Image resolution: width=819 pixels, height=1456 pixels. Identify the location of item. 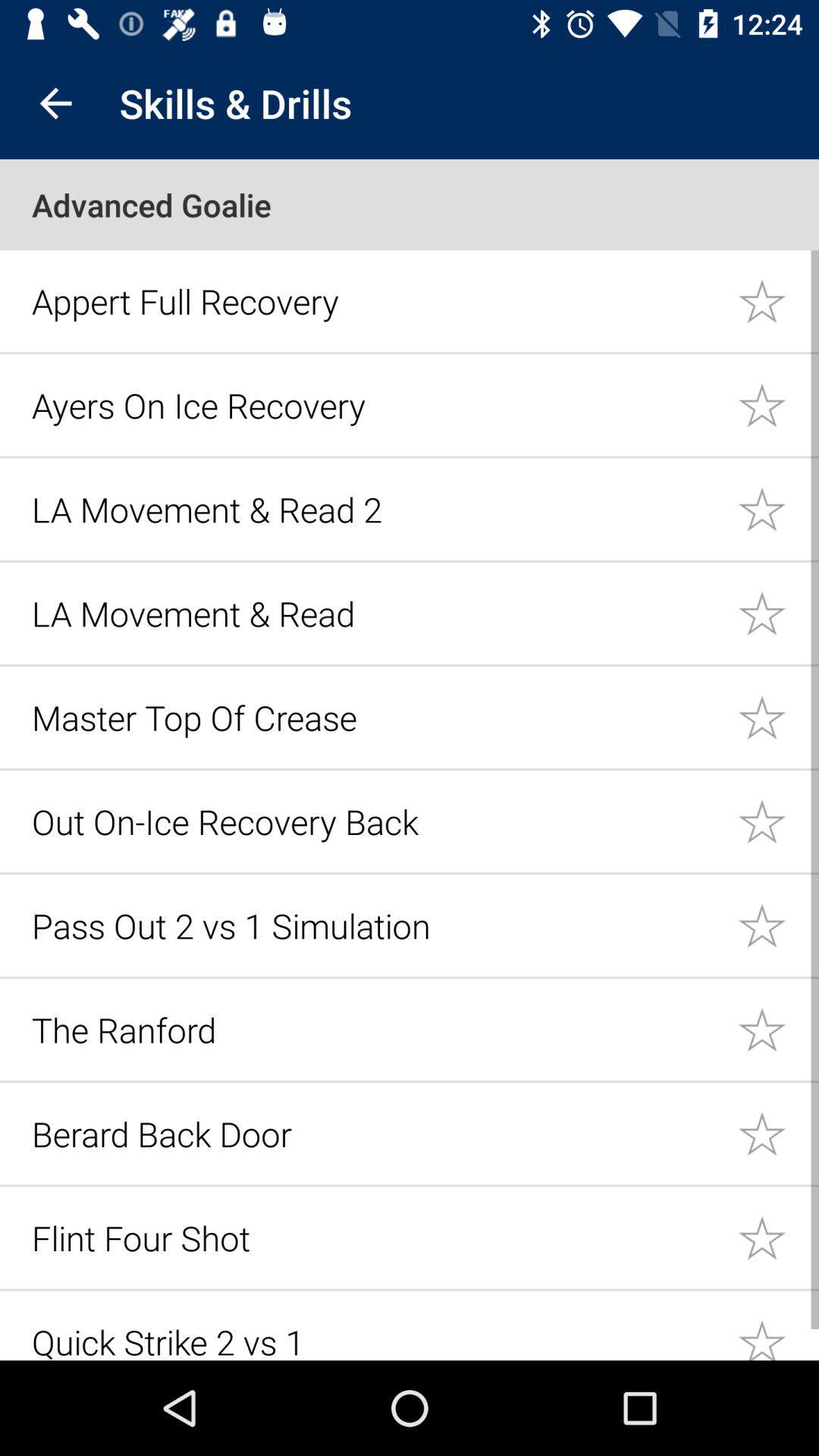
(778, 300).